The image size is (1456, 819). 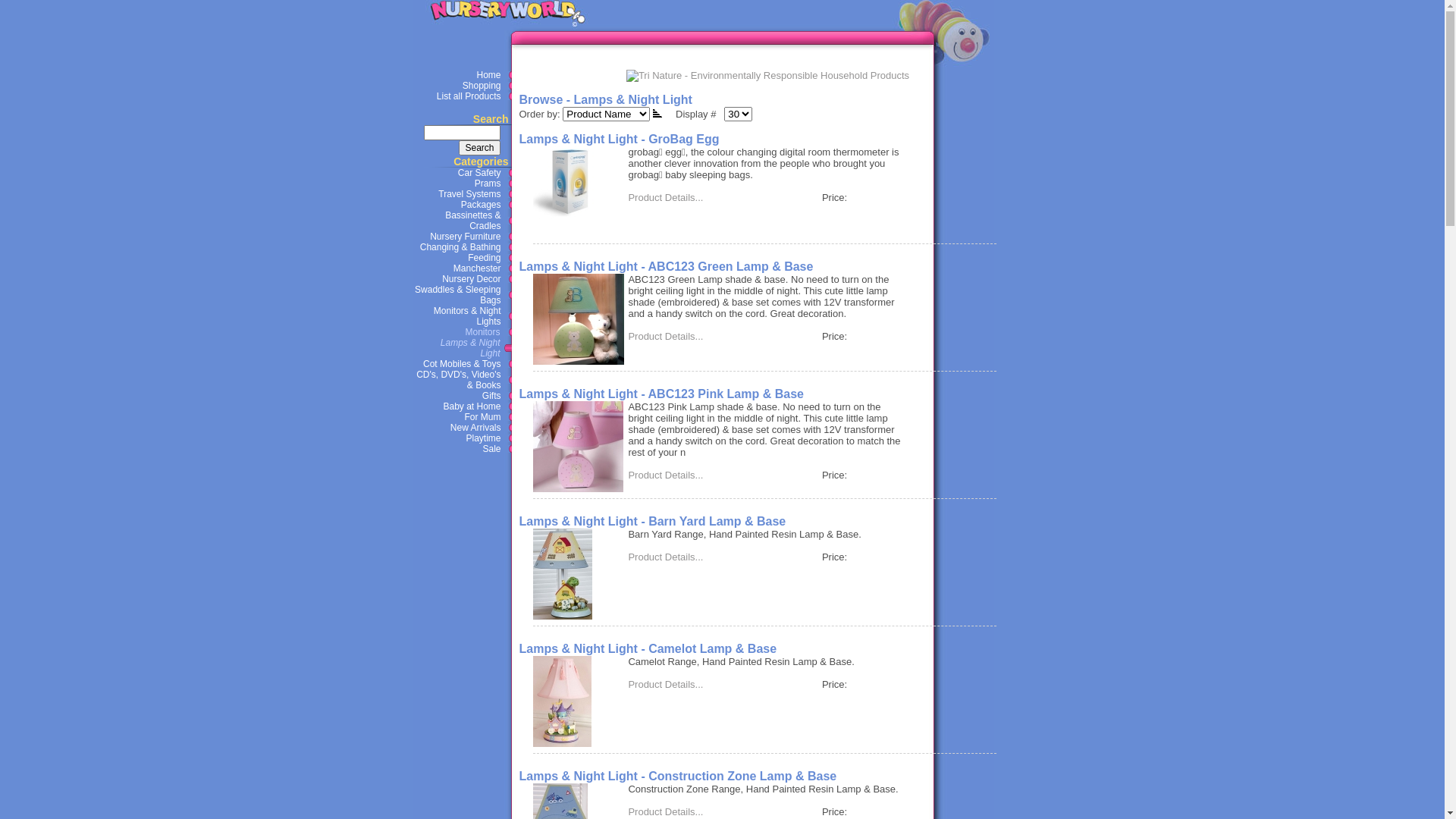 I want to click on 'Search', so click(x=479, y=148).